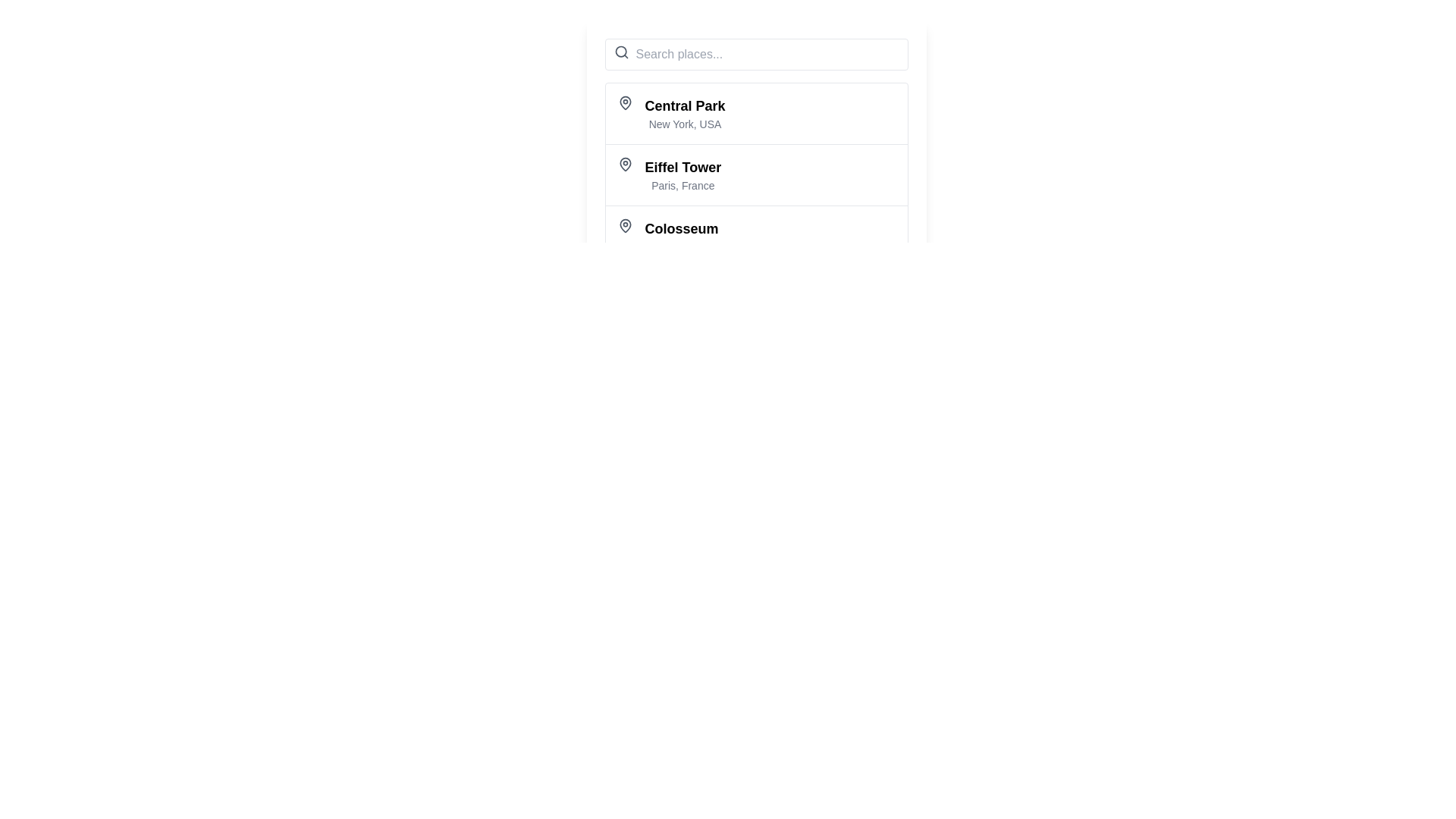  What do you see at coordinates (625, 164) in the screenshot?
I see `the map pin icon located to the left of the text 'Eiffel Tower, Paris, France' in the locations list` at bounding box center [625, 164].